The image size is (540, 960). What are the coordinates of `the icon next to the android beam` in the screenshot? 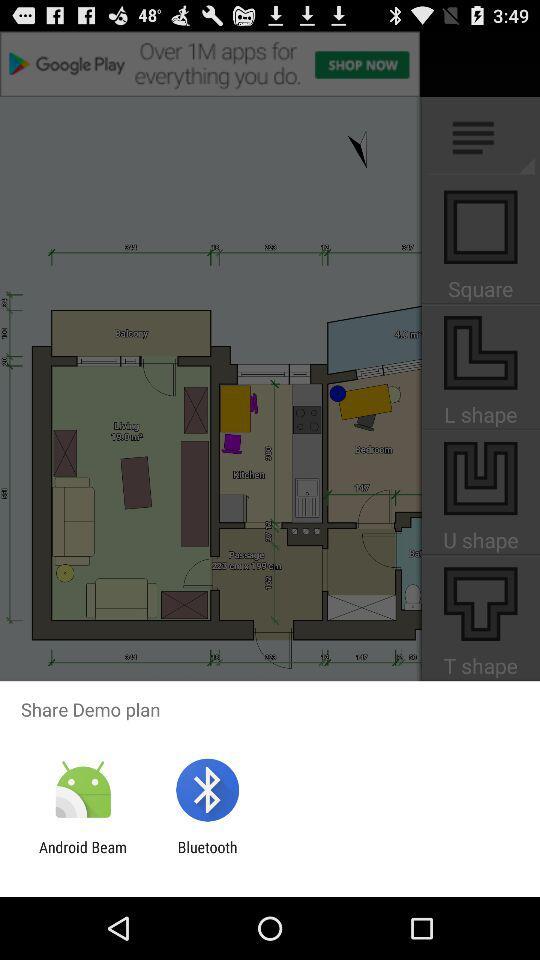 It's located at (206, 855).